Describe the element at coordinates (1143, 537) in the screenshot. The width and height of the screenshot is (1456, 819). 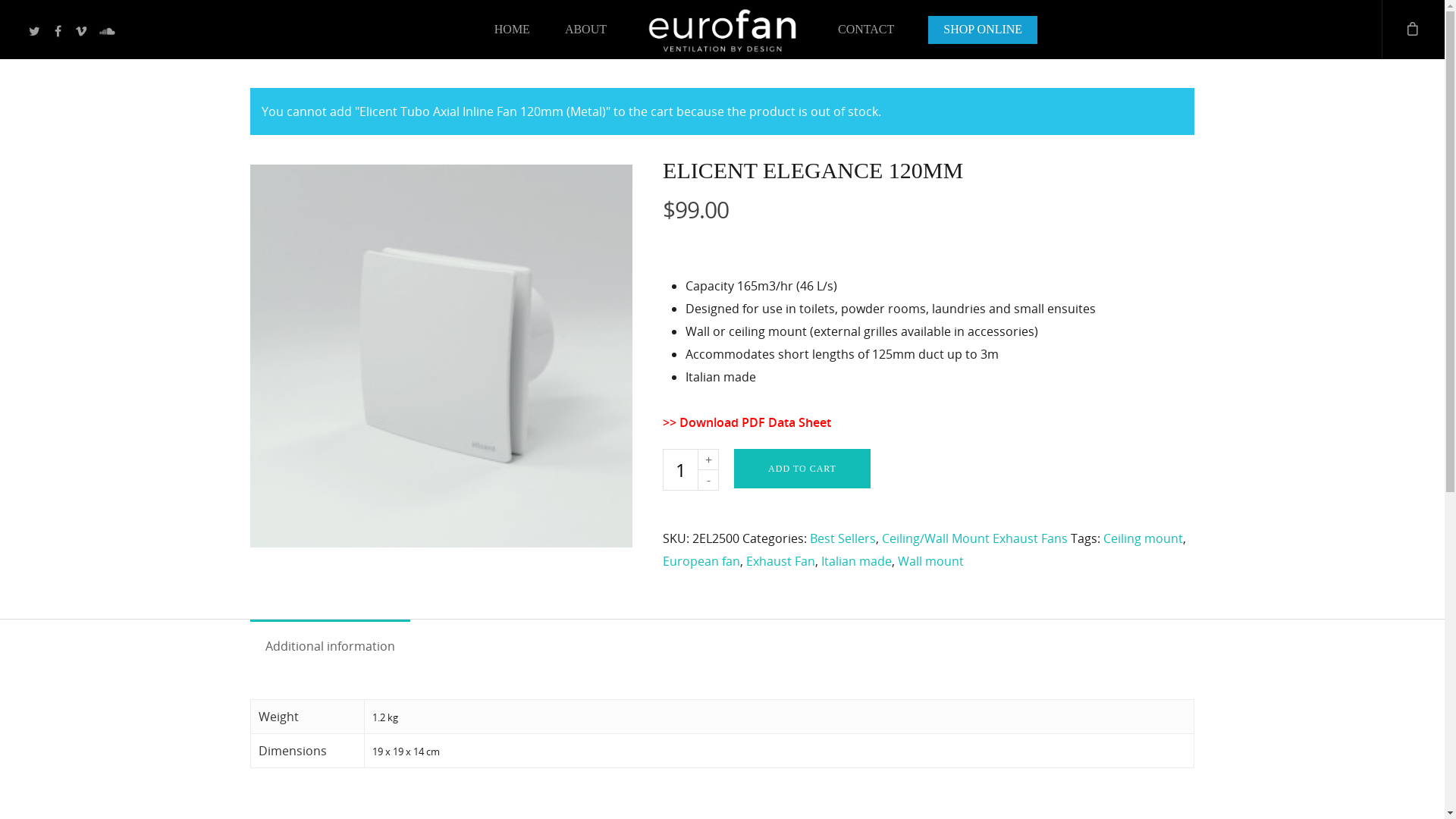
I see `'Ceiling mount'` at that location.